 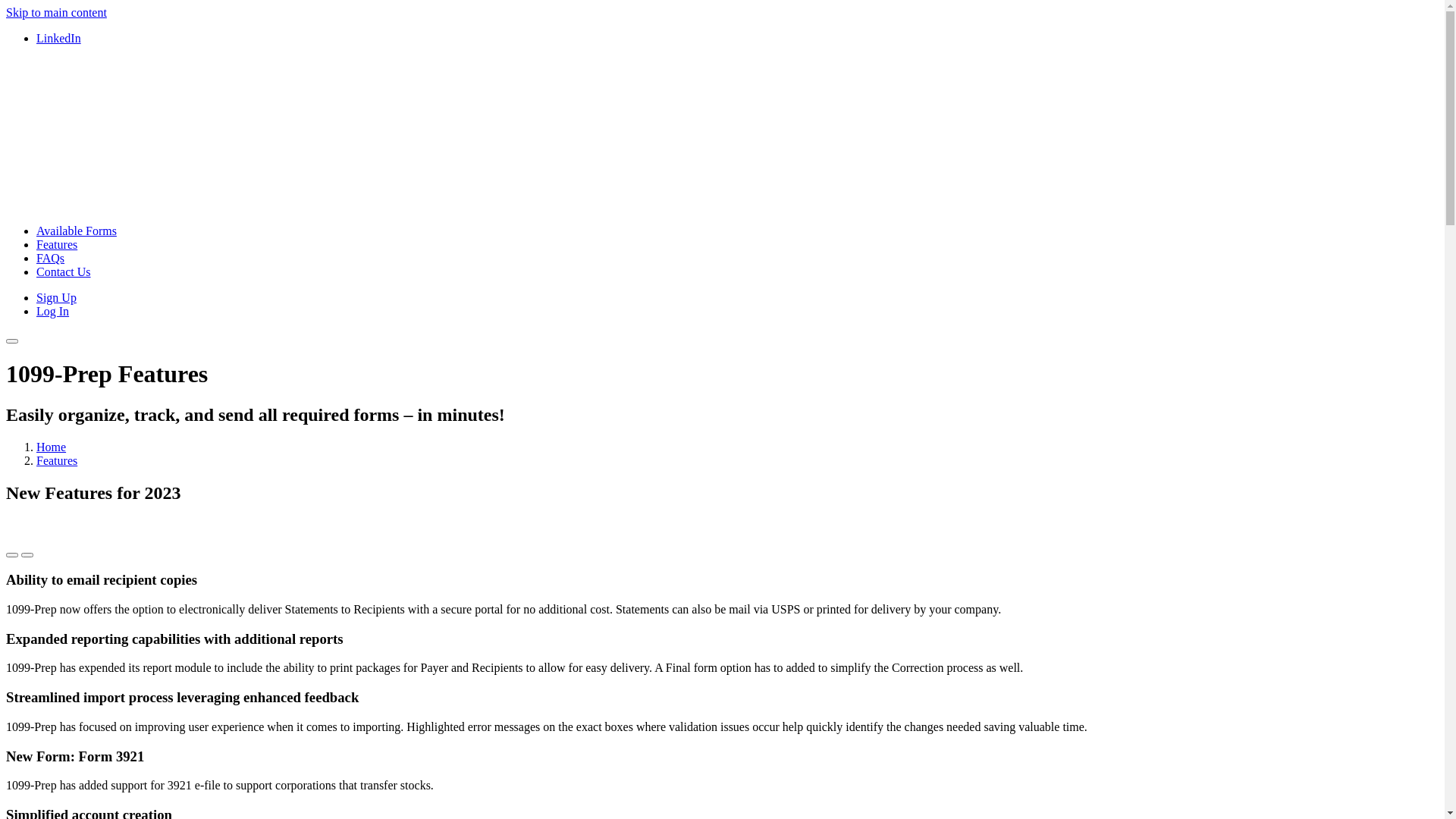 I want to click on 'Available Forms', so click(x=75, y=231).